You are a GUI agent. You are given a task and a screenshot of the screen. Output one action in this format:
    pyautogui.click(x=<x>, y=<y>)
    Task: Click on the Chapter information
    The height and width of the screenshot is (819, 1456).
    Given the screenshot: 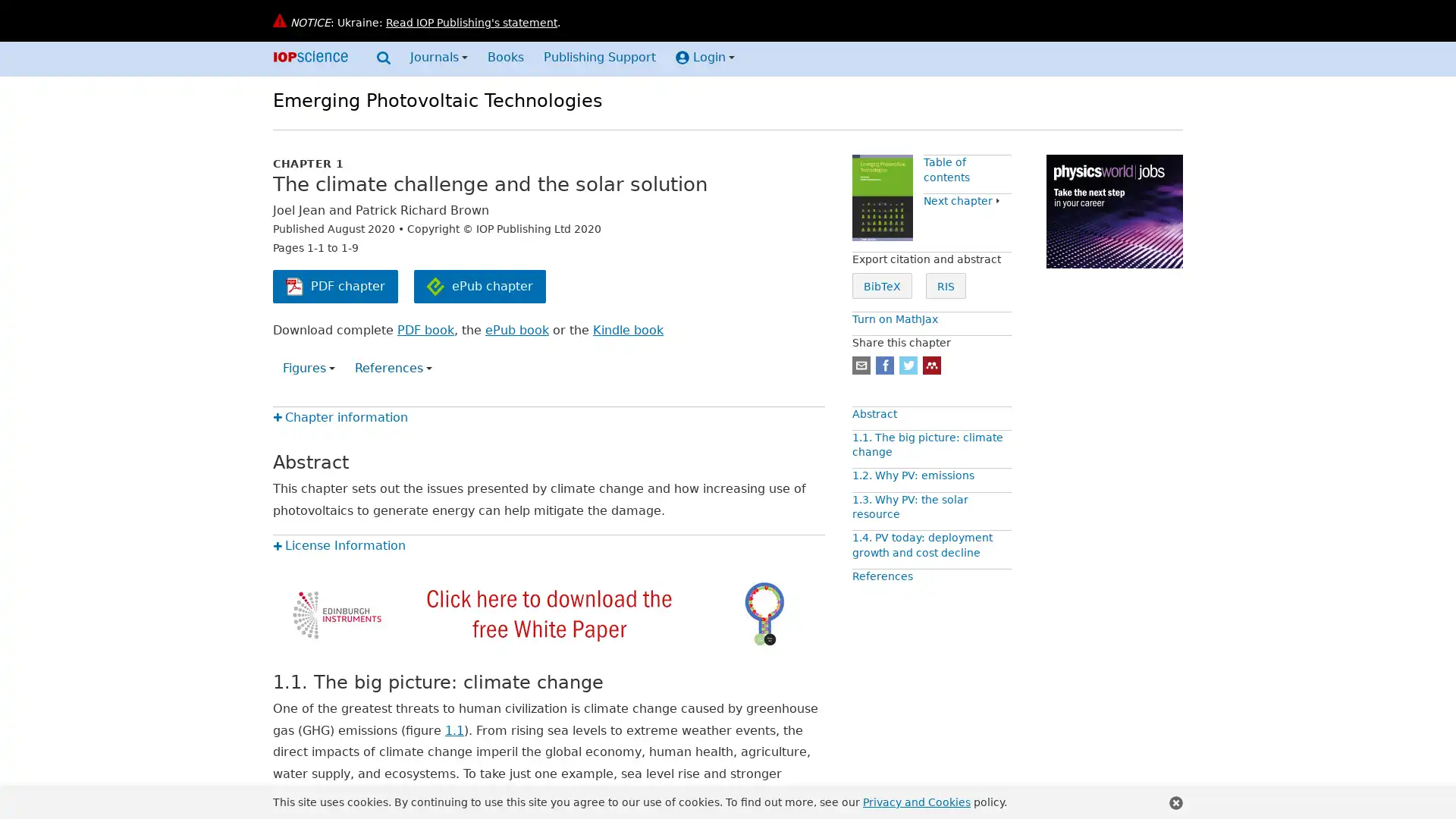 What is the action you would take?
    pyautogui.click(x=340, y=416)
    